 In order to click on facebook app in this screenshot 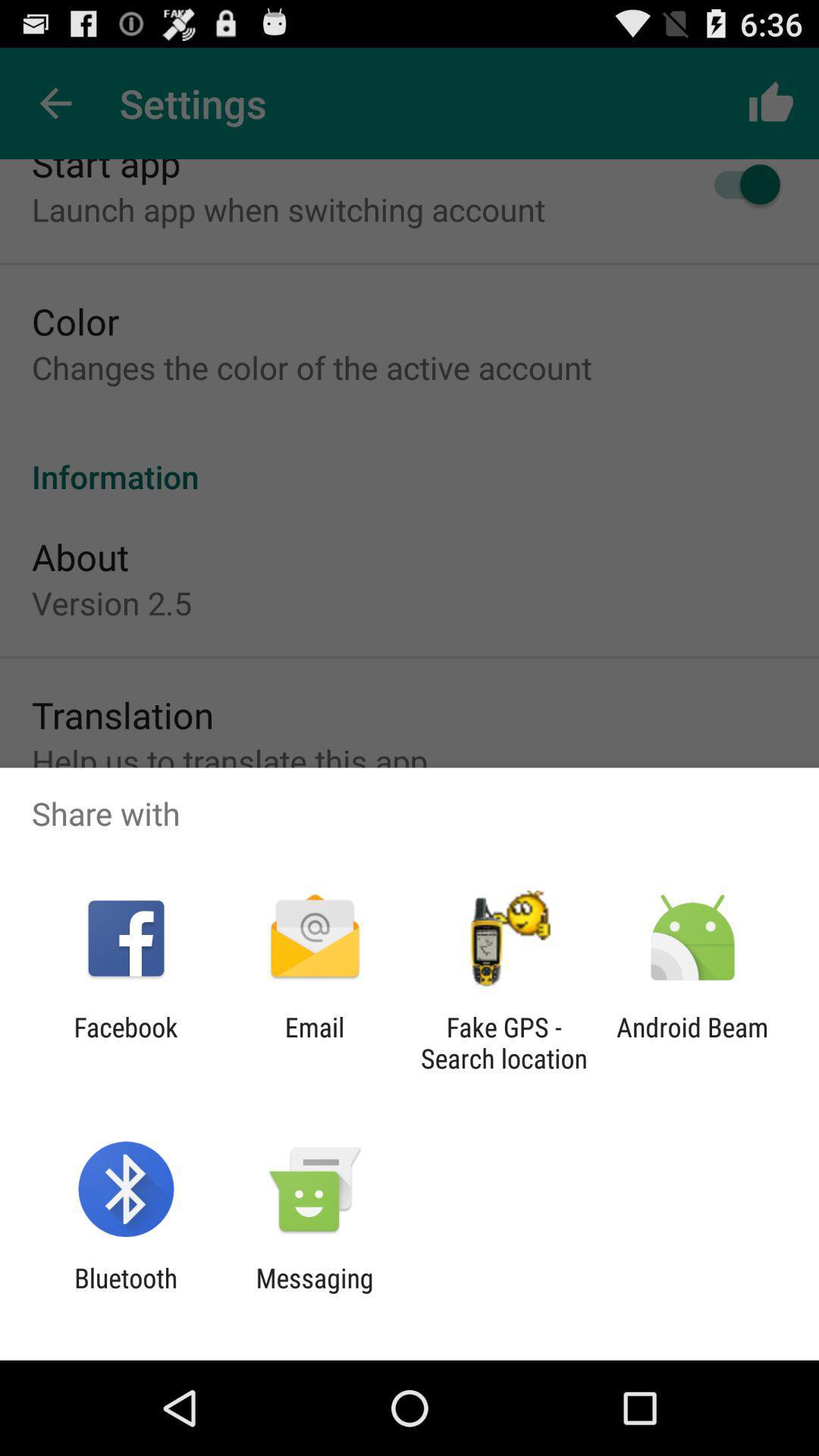, I will do `click(125, 1042)`.